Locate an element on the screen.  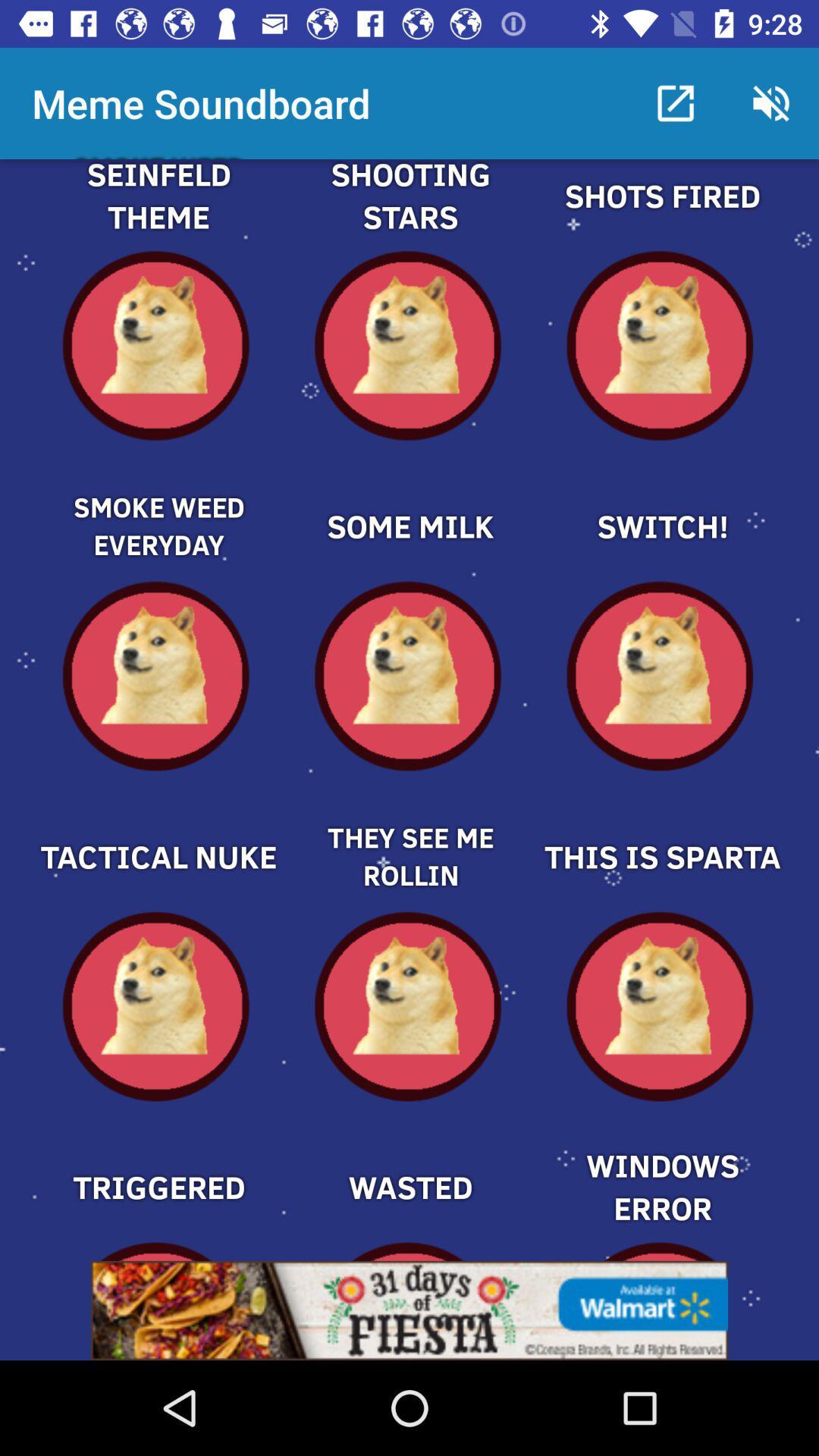
shooting stars is located at coordinates (409, 213).